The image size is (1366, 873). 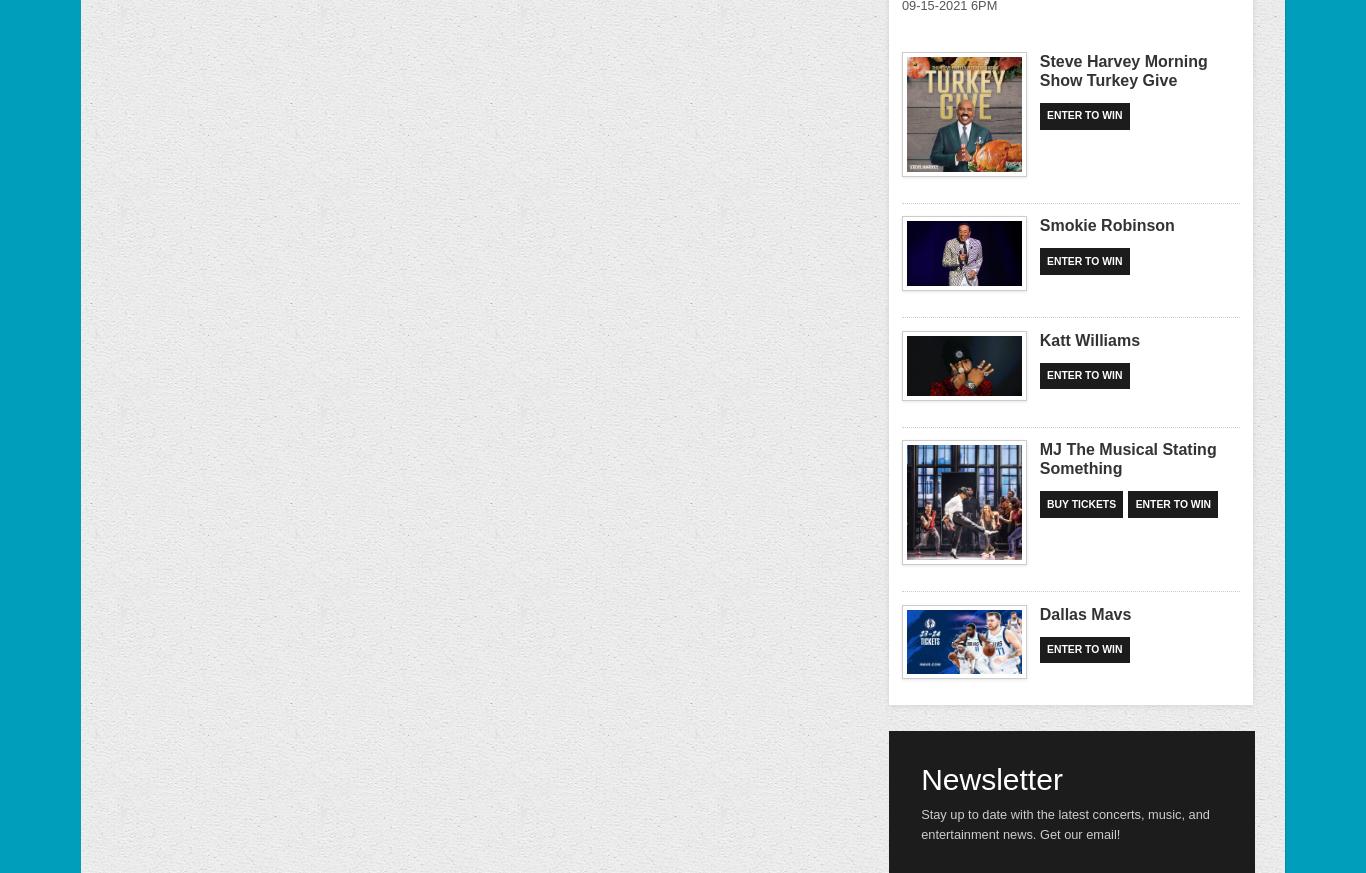 I want to click on 'Buy Tickets', so click(x=1046, y=503).